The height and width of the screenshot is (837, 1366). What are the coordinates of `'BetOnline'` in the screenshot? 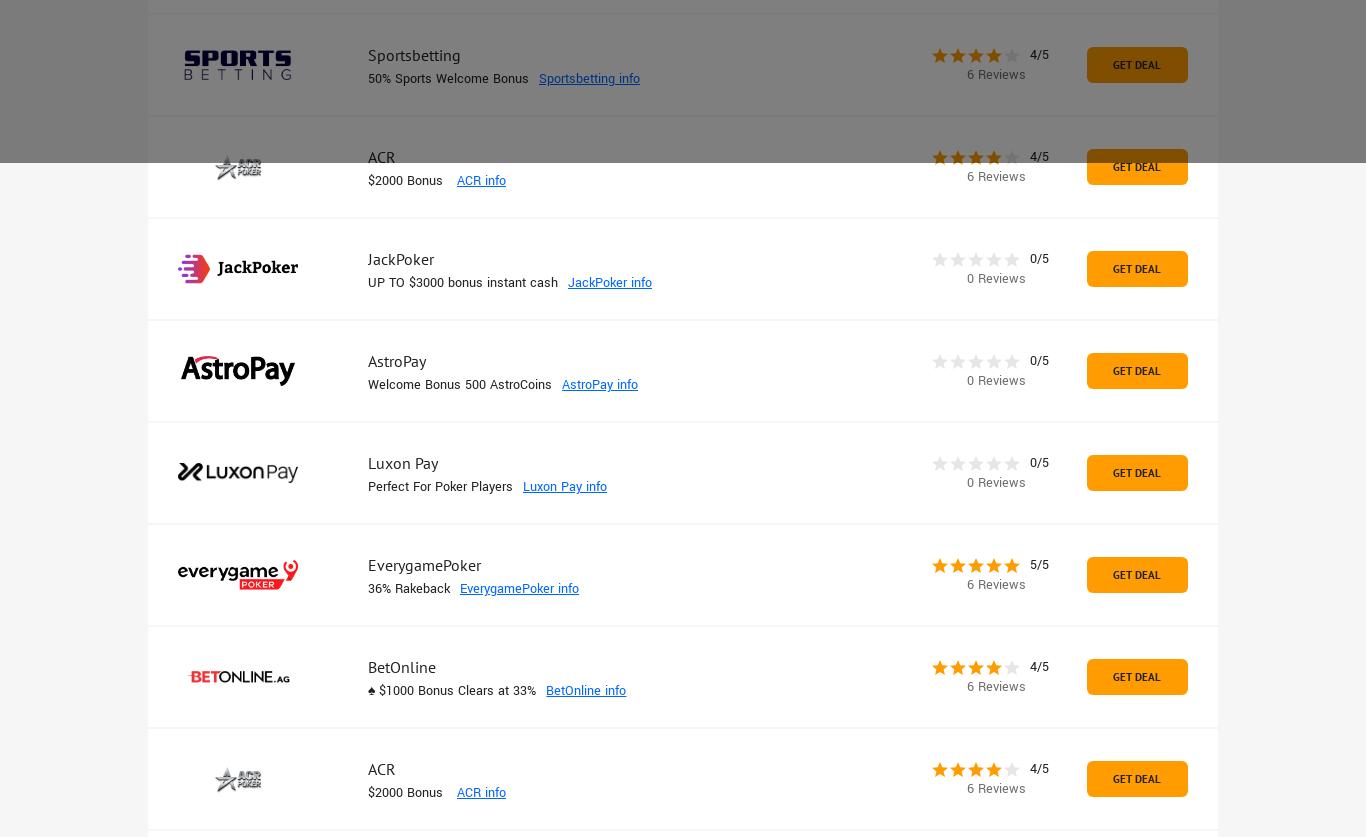 It's located at (401, 667).